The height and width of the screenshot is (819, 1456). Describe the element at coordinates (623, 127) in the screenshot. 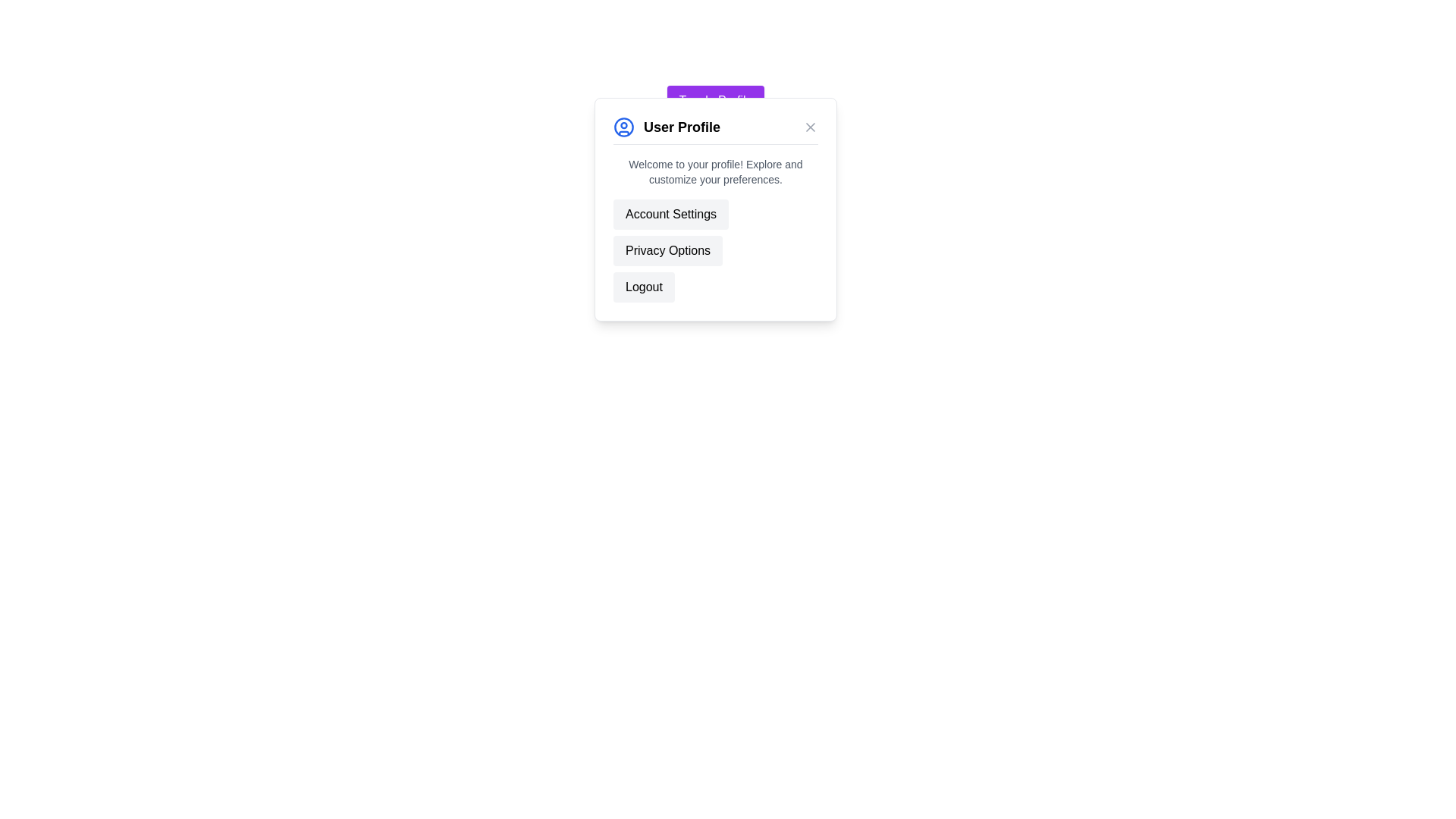

I see `the user profile icon located to the left of the 'User Profile' text, positioned at the top-center of the interface` at that location.